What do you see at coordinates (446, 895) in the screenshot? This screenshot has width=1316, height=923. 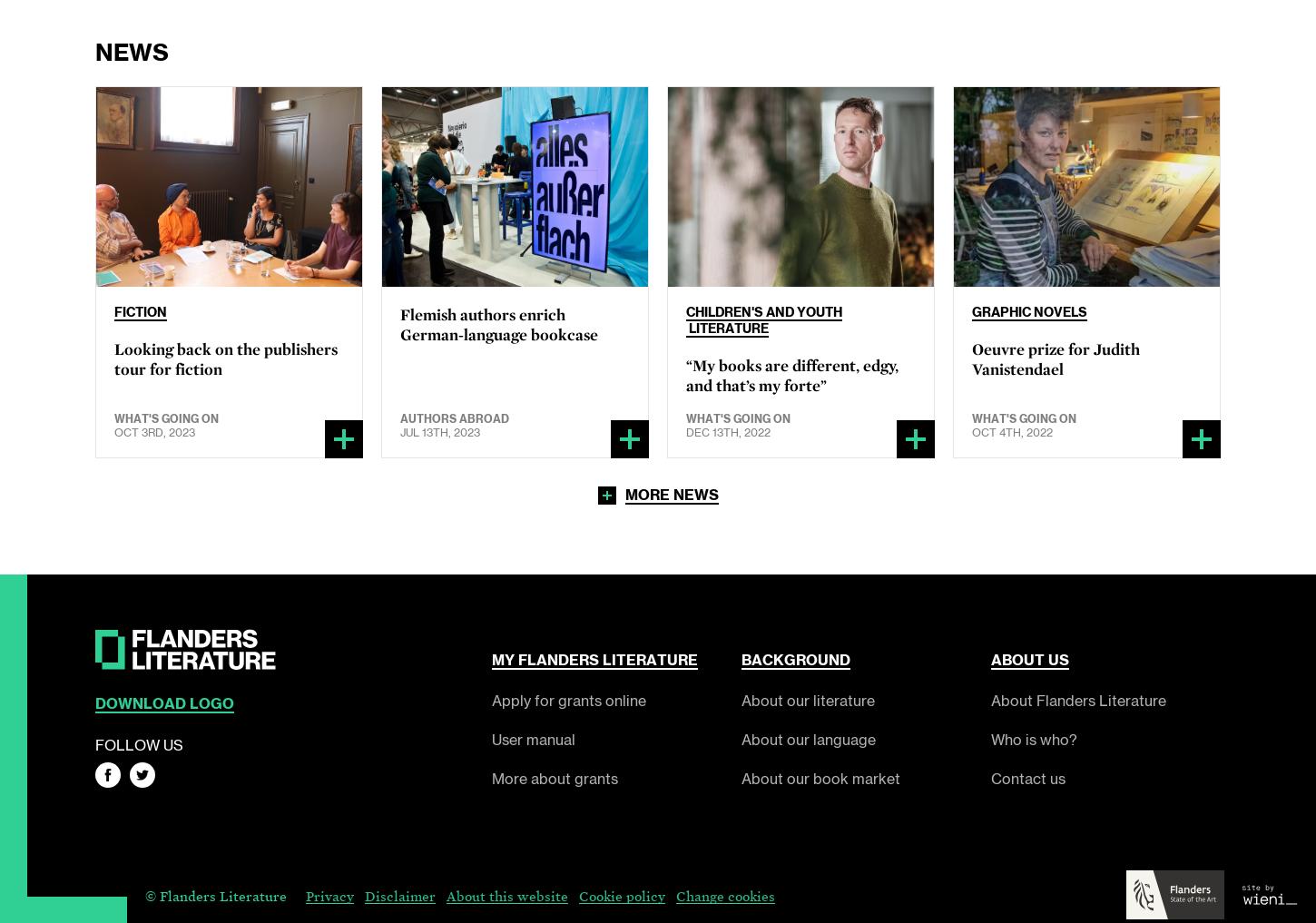 I see `'About this website'` at bounding box center [446, 895].